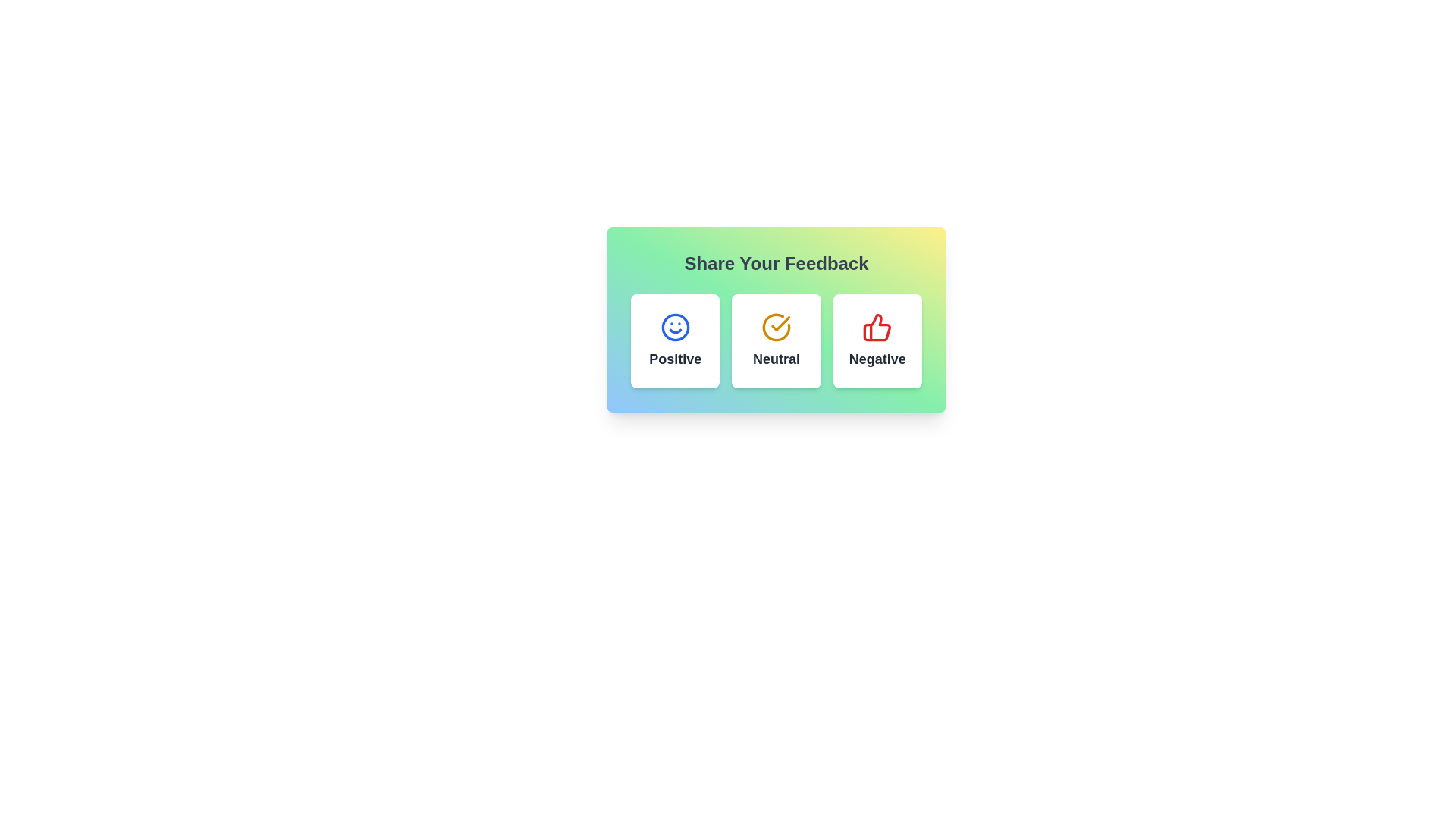 The image size is (1456, 819). What do you see at coordinates (776, 327) in the screenshot?
I see `the circular yellow icon with a check mark inside, located at the center of the 'Neutral' feedback card, just above the 'Neutral' label` at bounding box center [776, 327].